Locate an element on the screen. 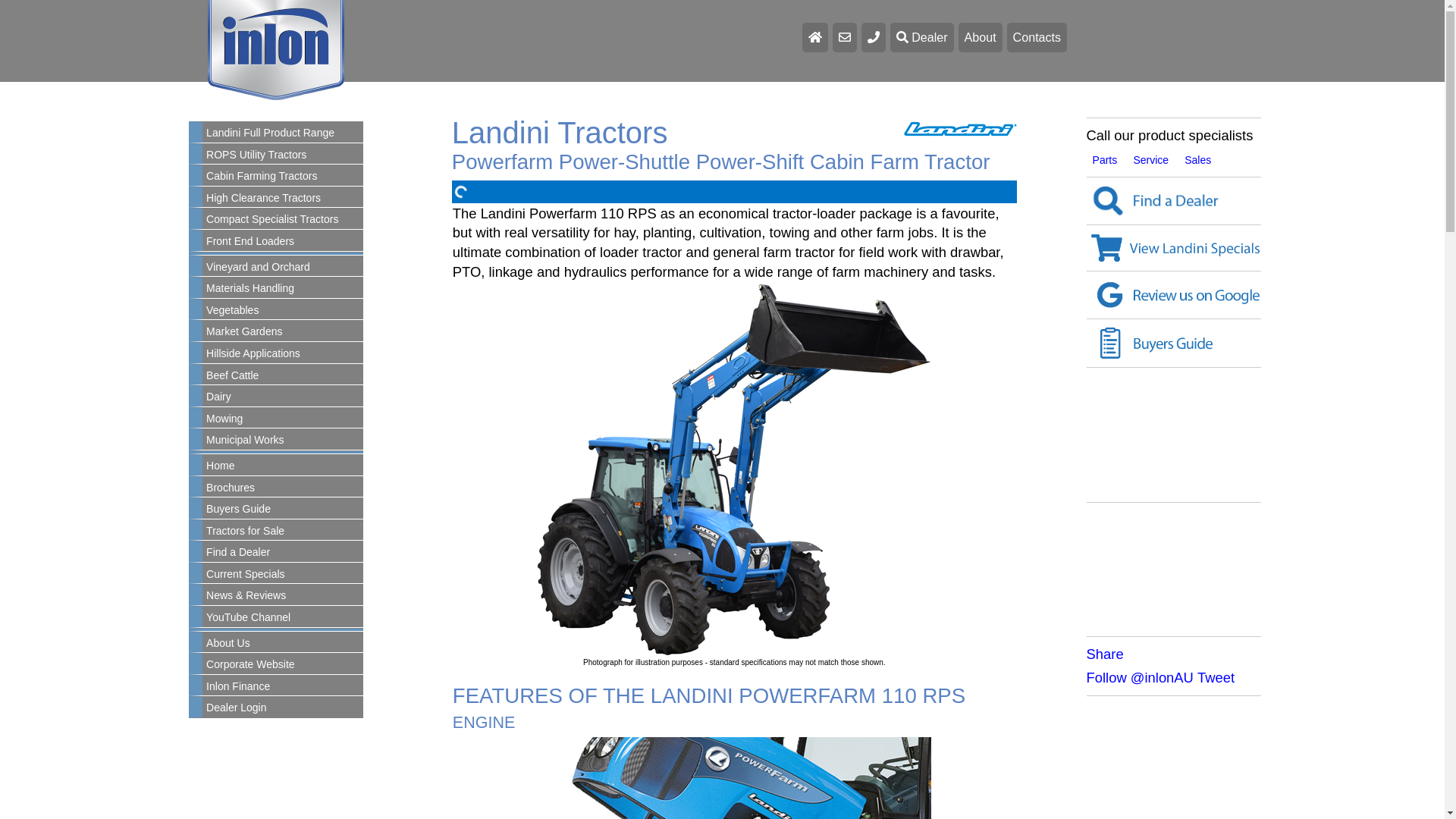  'YouTube Channel' is located at coordinates (283, 617).